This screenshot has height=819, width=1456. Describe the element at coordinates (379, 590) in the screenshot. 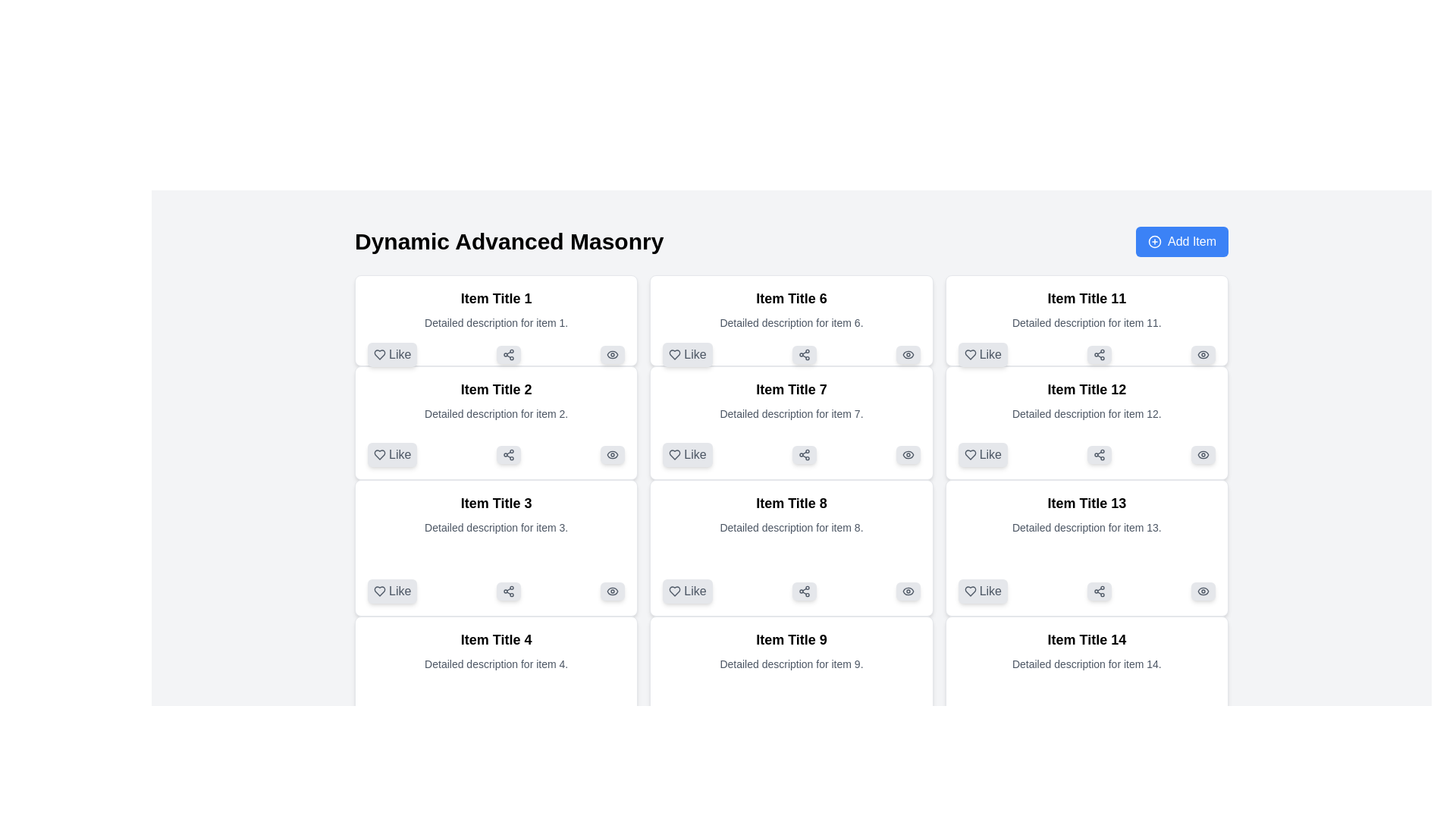

I see `the heart-shaped 'like' icon located under 'Item Title 3'` at that location.